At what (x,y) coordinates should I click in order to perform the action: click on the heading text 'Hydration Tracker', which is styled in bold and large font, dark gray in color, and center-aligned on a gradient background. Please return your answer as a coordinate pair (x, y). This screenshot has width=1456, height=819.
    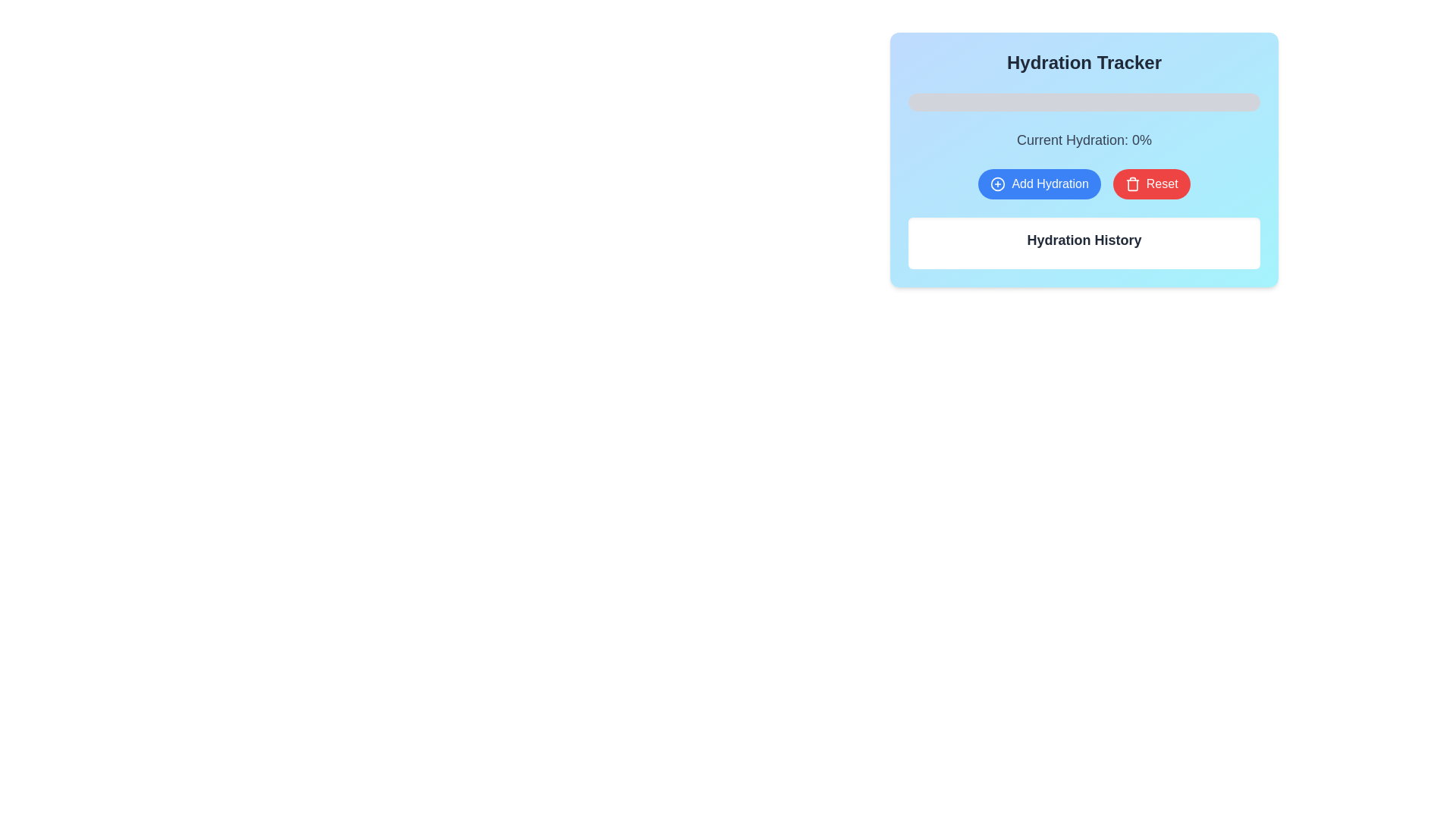
    Looking at the image, I should click on (1084, 62).